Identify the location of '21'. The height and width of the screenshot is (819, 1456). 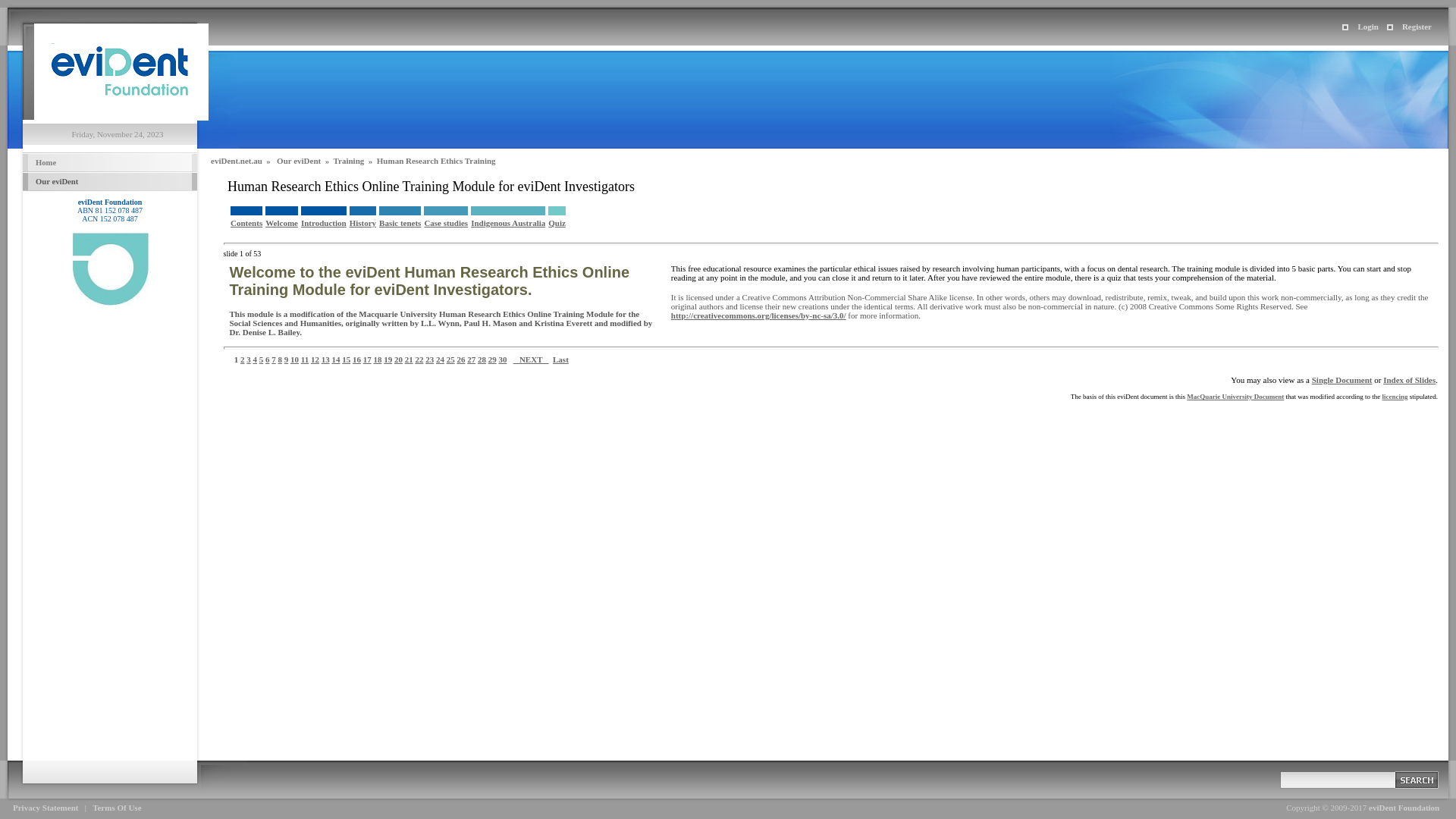
(409, 359).